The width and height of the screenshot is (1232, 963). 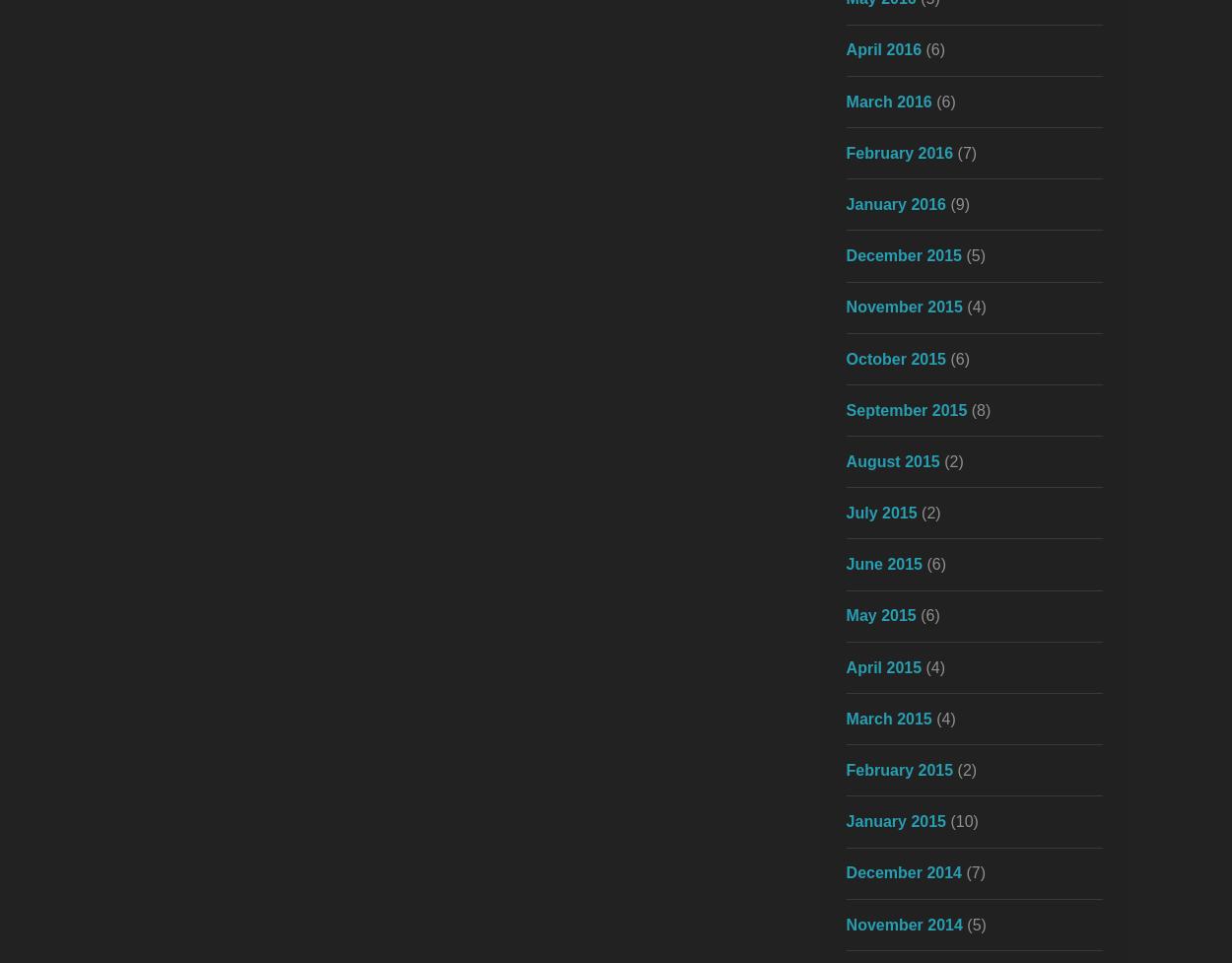 I want to click on 'January 2015', so click(x=845, y=820).